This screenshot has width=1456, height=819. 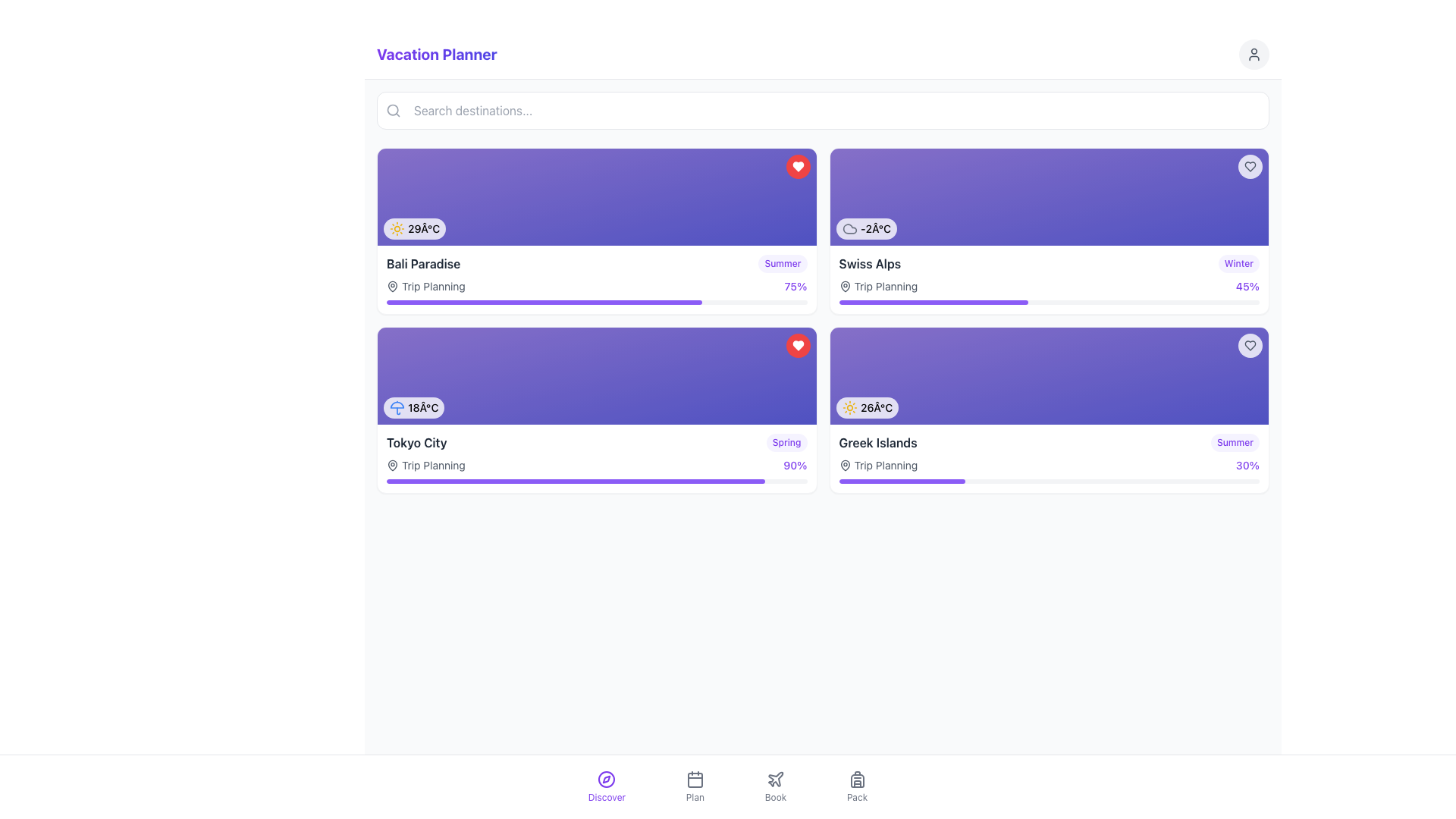 What do you see at coordinates (544, 302) in the screenshot?
I see `the Progress Bar Segment that represents the 75% completion level for the 'Bali Paradise' card, located below the card in the top-left corner of the main content area` at bounding box center [544, 302].